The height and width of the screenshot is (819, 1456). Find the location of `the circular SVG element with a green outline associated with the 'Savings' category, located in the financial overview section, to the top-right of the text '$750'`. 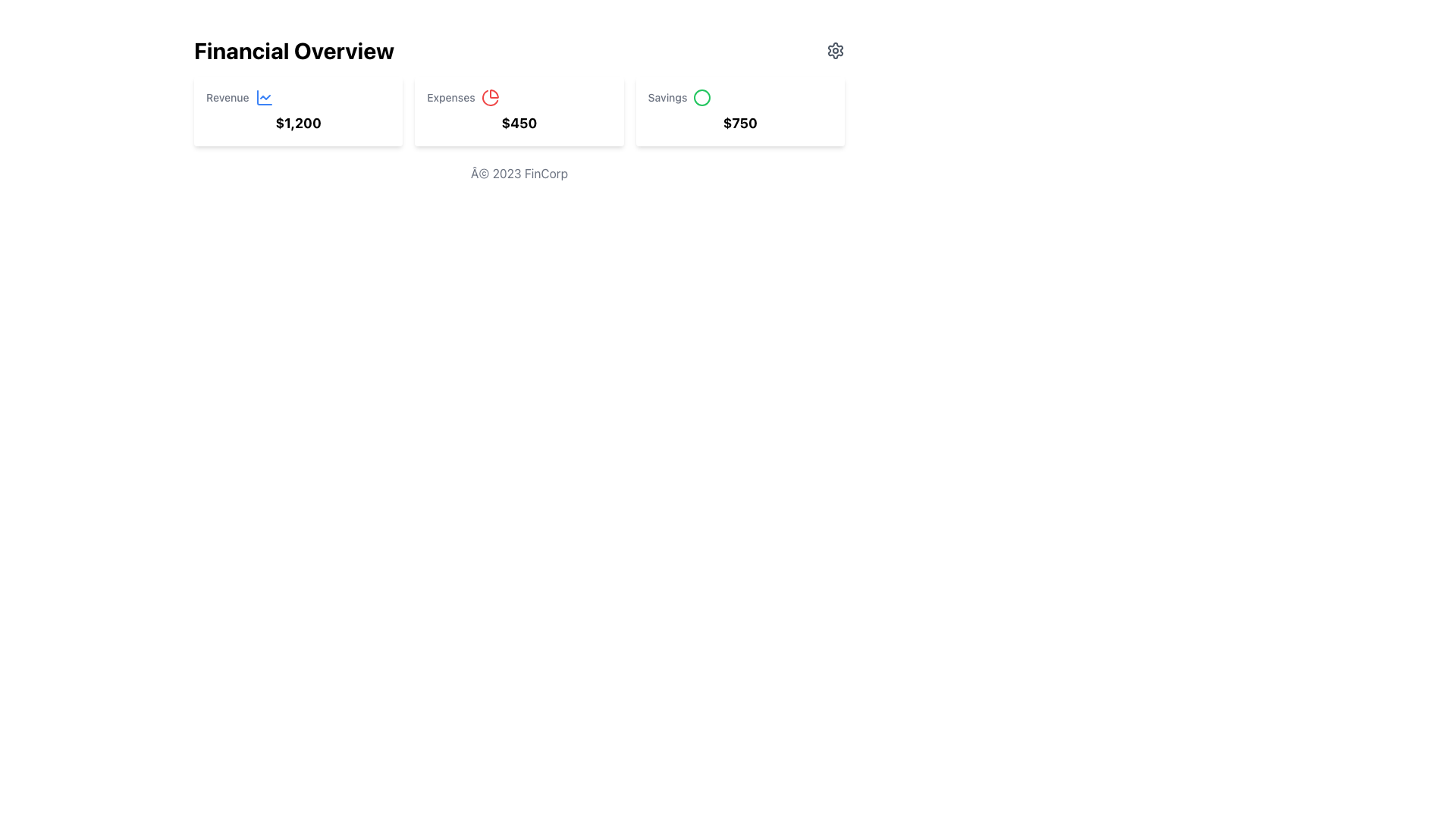

the circular SVG element with a green outline associated with the 'Savings' category, located in the financial overview section, to the top-right of the text '$750' is located at coordinates (701, 97).